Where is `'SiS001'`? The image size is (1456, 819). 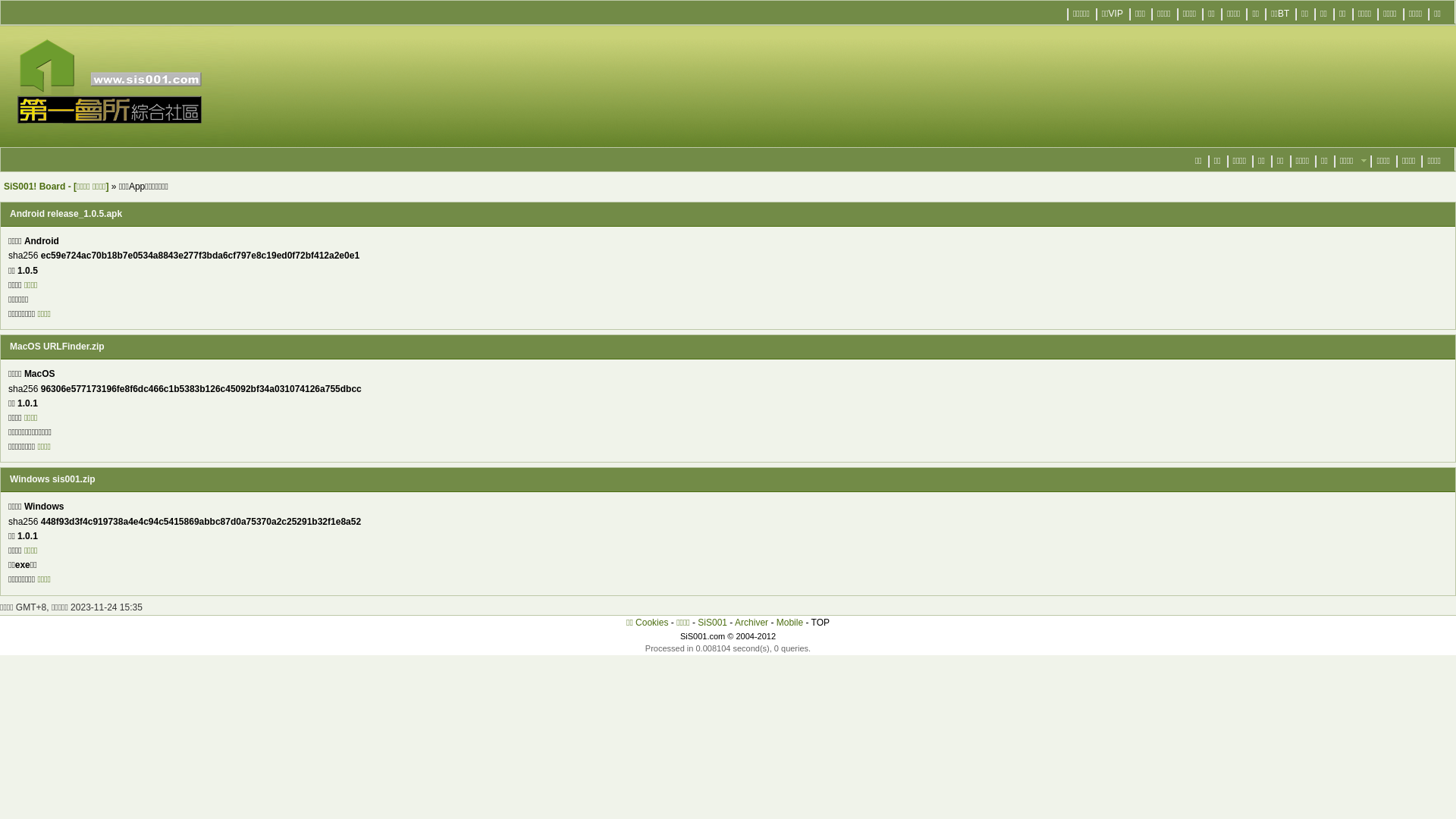
'SiS001' is located at coordinates (711, 623).